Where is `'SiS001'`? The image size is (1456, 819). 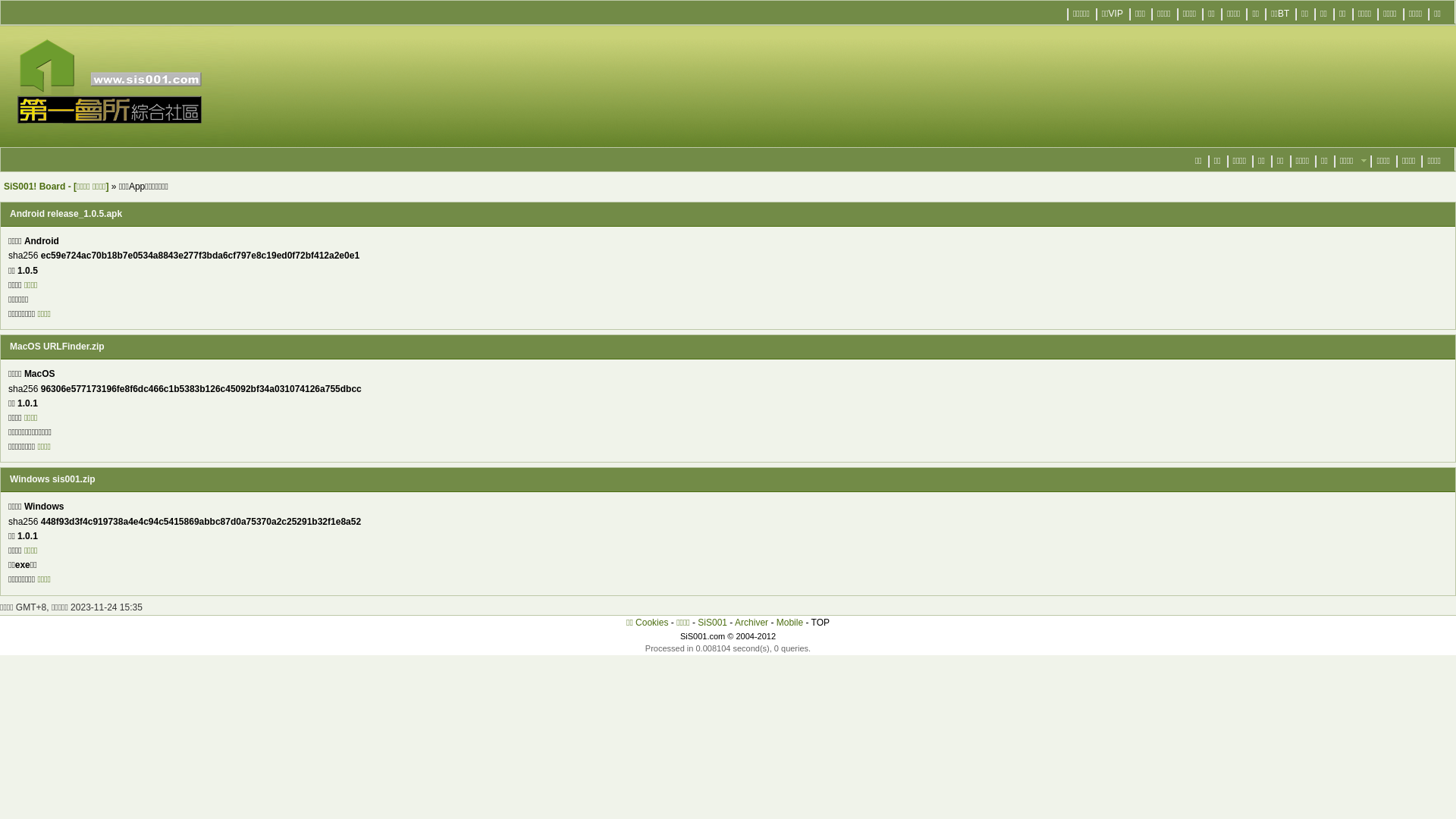
'SiS001' is located at coordinates (711, 623).